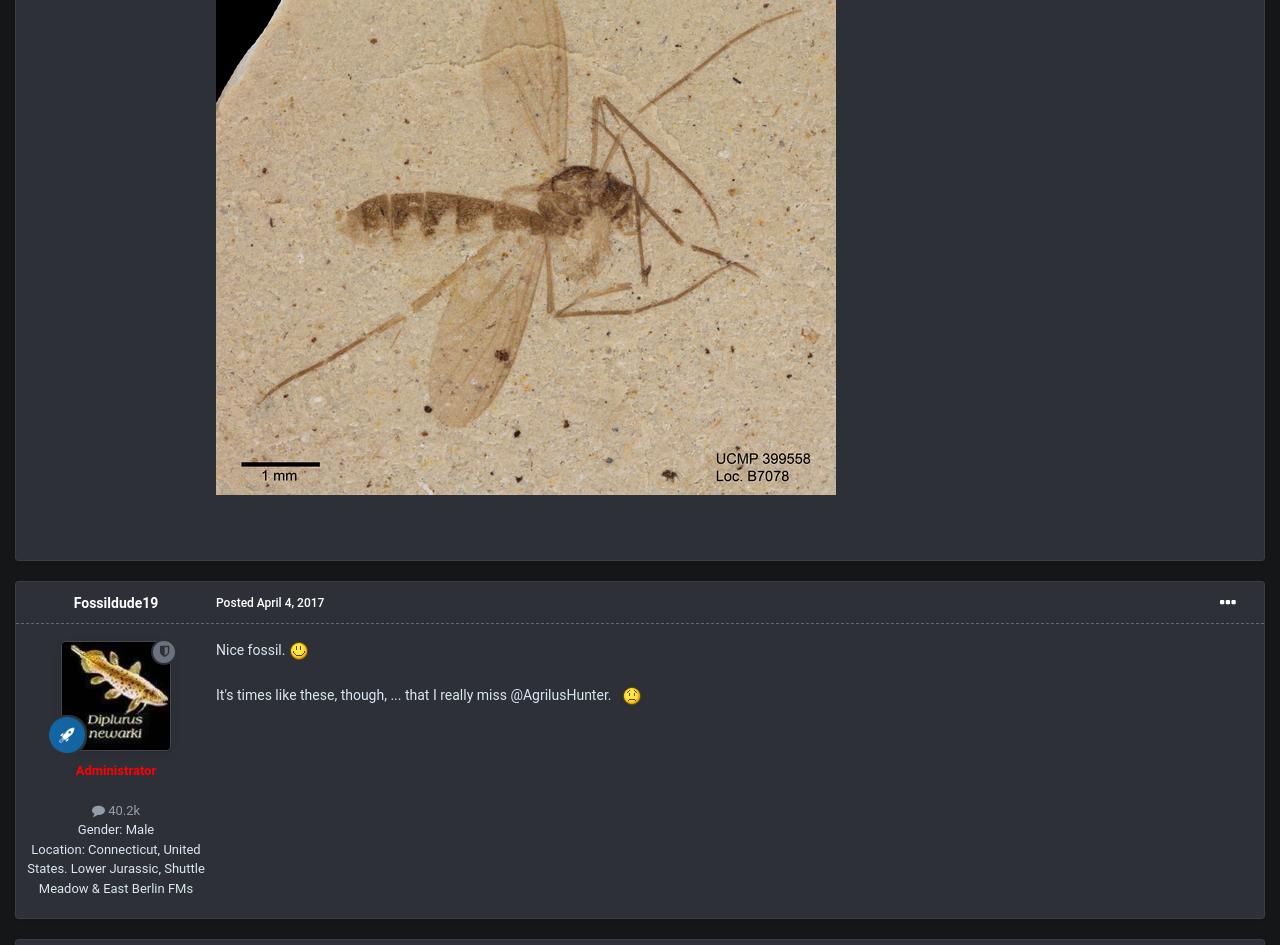 This screenshot has width=1280, height=945. I want to click on 'Nice fossil.', so click(251, 648).